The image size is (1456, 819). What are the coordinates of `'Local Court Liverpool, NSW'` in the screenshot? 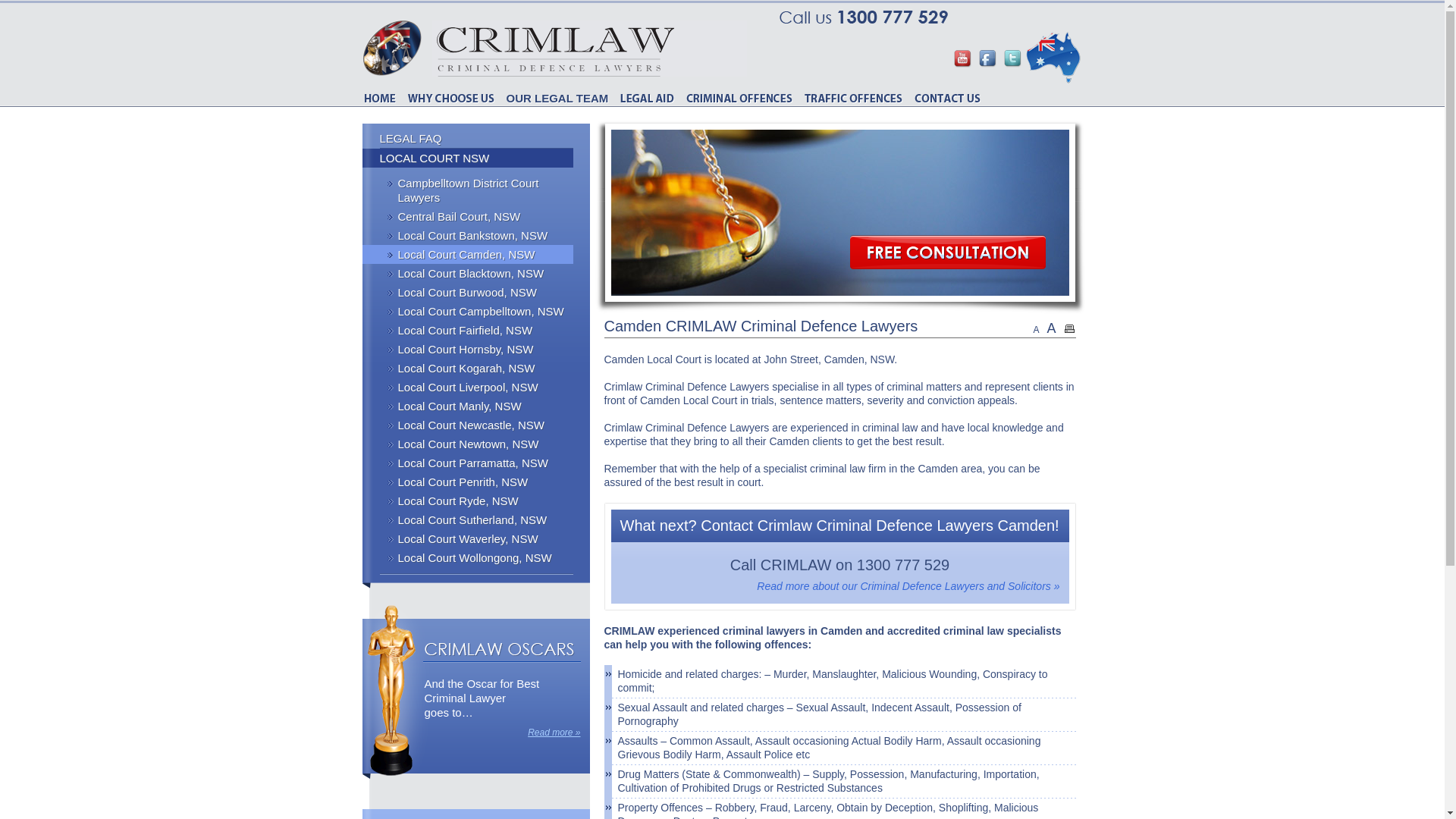 It's located at (467, 386).